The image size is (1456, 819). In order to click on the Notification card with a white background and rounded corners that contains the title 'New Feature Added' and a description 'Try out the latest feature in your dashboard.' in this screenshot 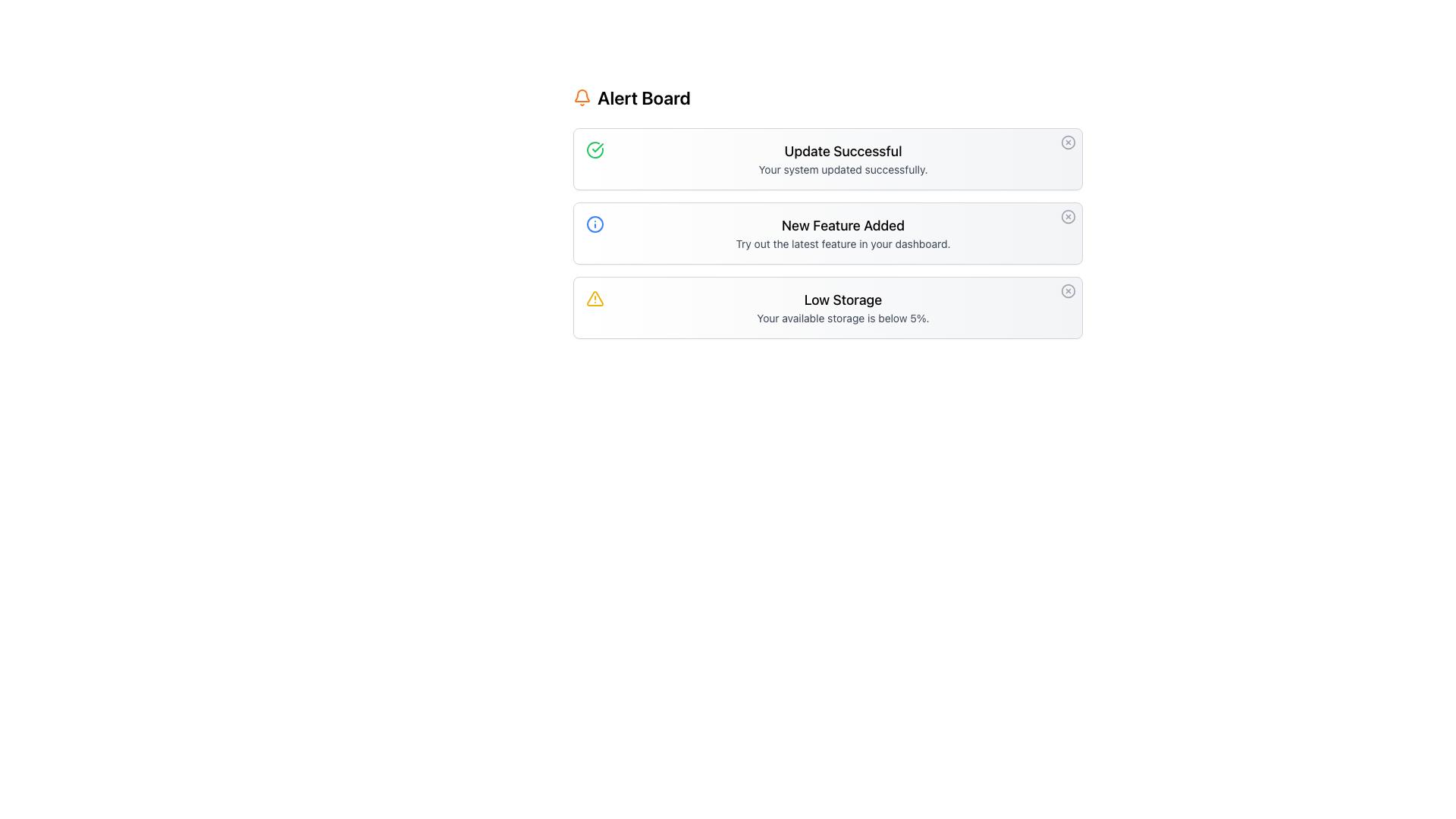, I will do `click(827, 212)`.